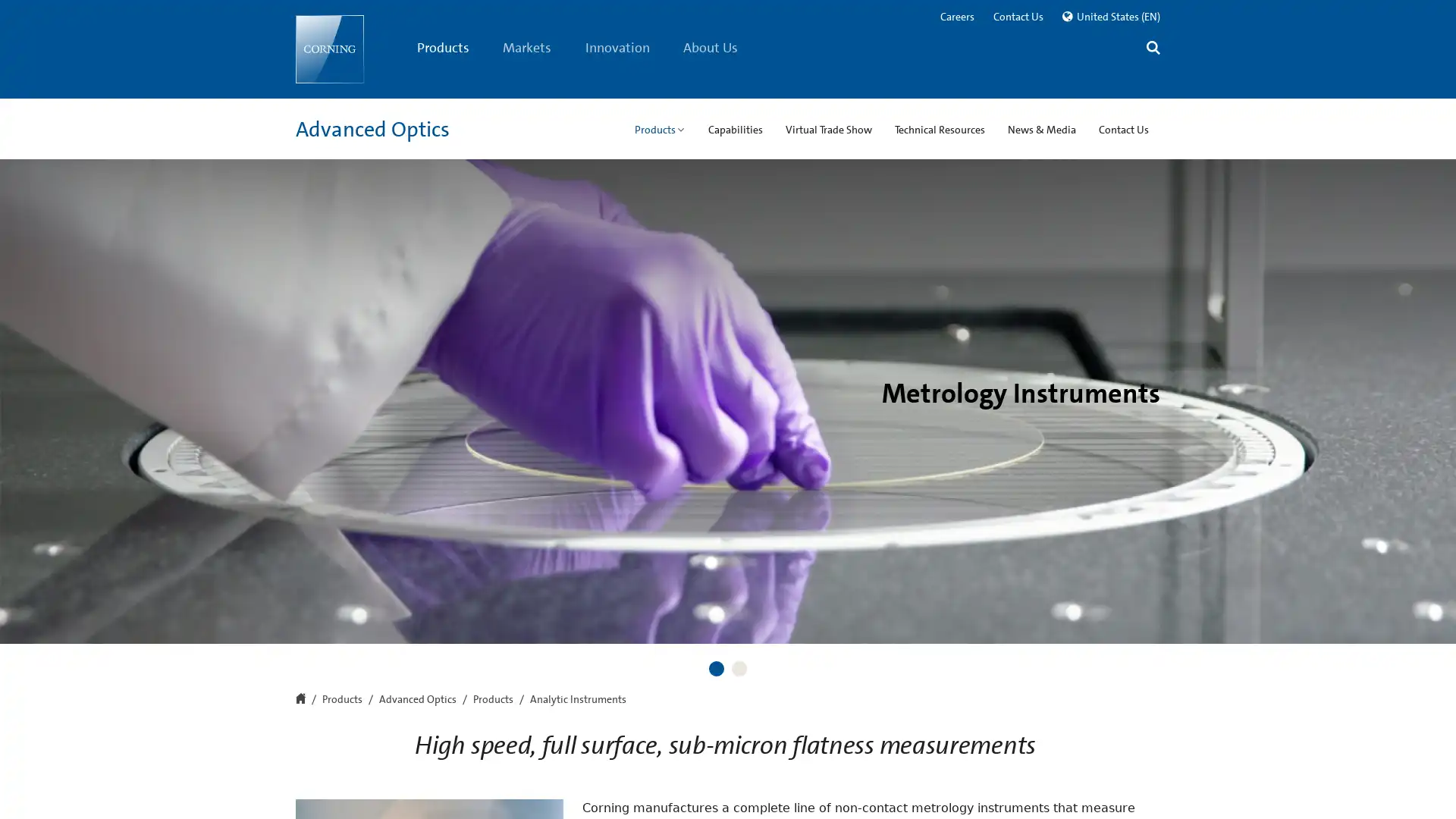 Image resolution: width=1456 pixels, height=819 pixels. What do you see at coordinates (1230, 785) in the screenshot?
I see `Accept Cookies` at bounding box center [1230, 785].